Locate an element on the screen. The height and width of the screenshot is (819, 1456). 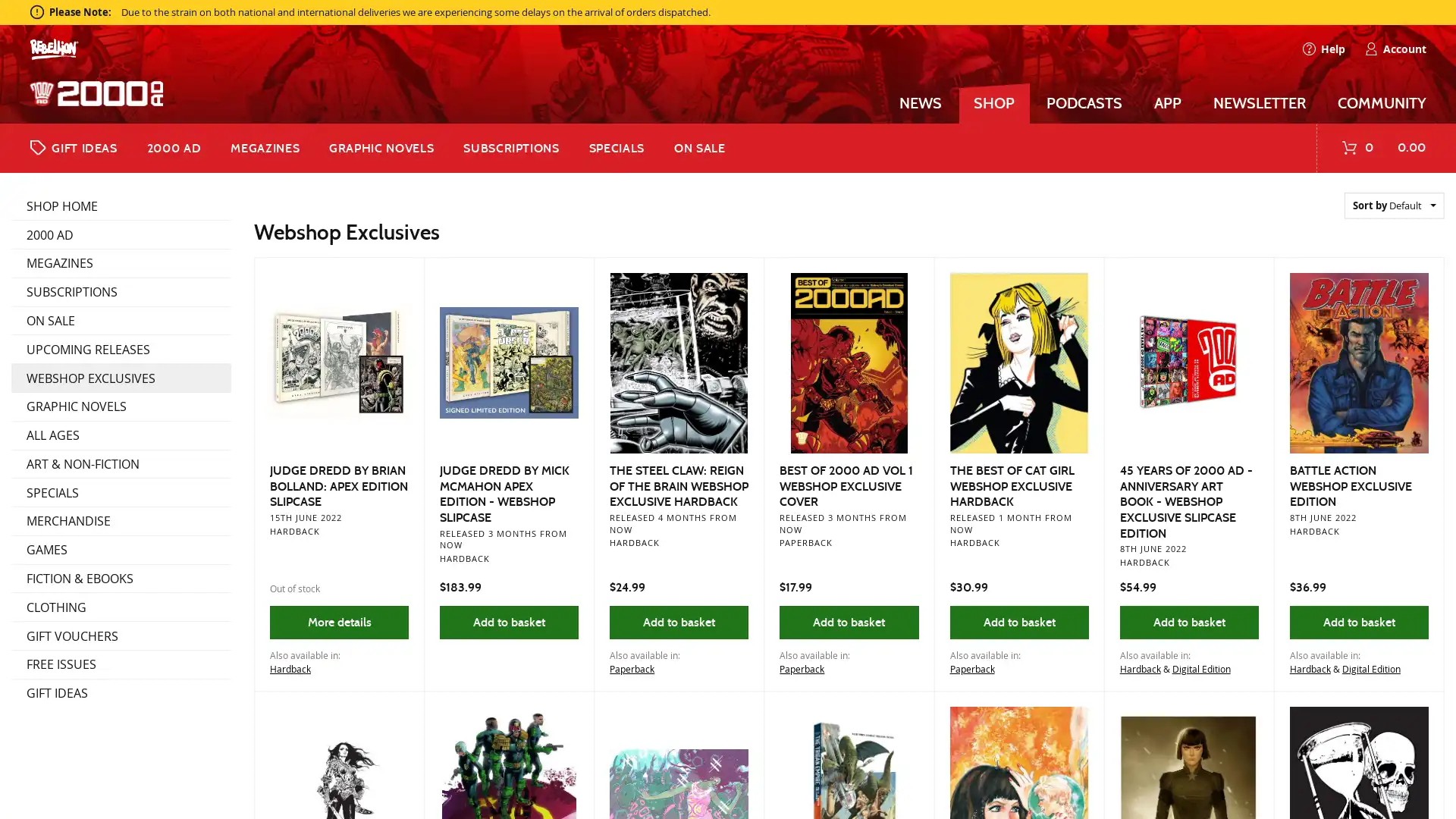
Paperback is located at coordinates (801, 668).